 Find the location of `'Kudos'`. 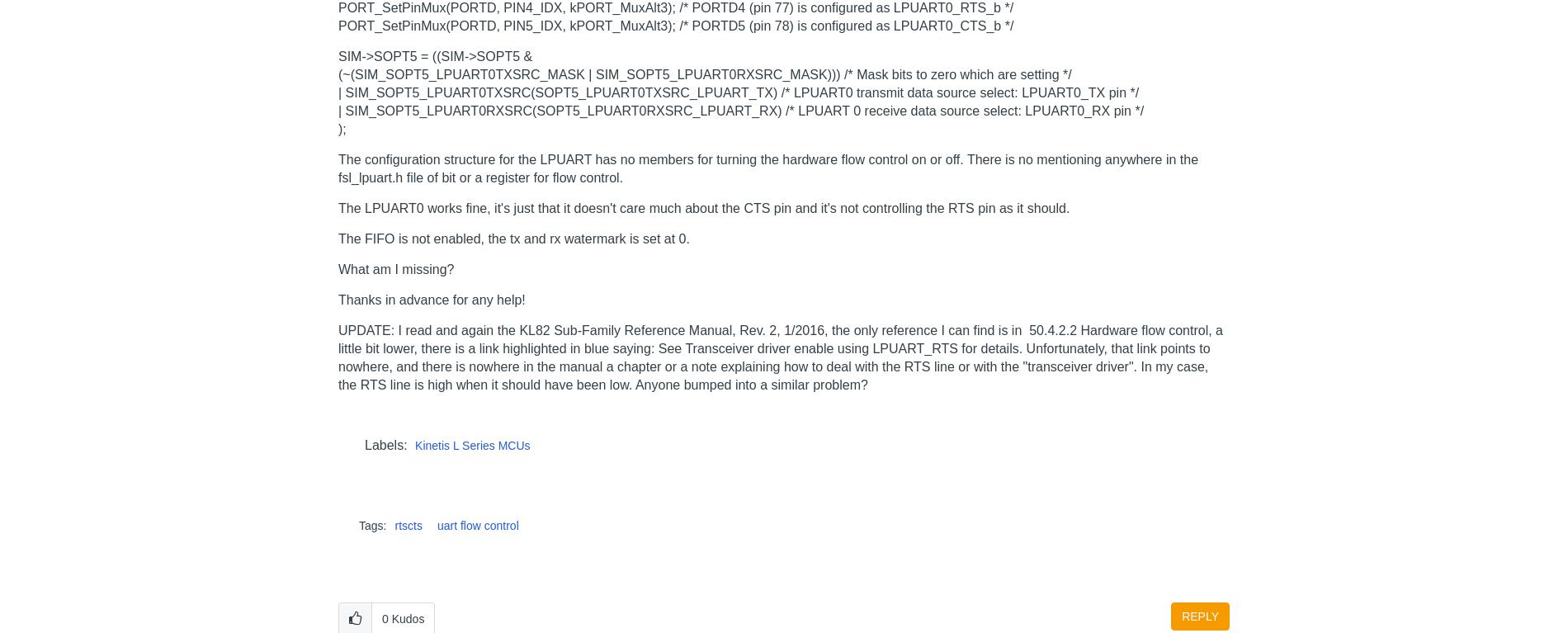

'Kudos' is located at coordinates (390, 617).